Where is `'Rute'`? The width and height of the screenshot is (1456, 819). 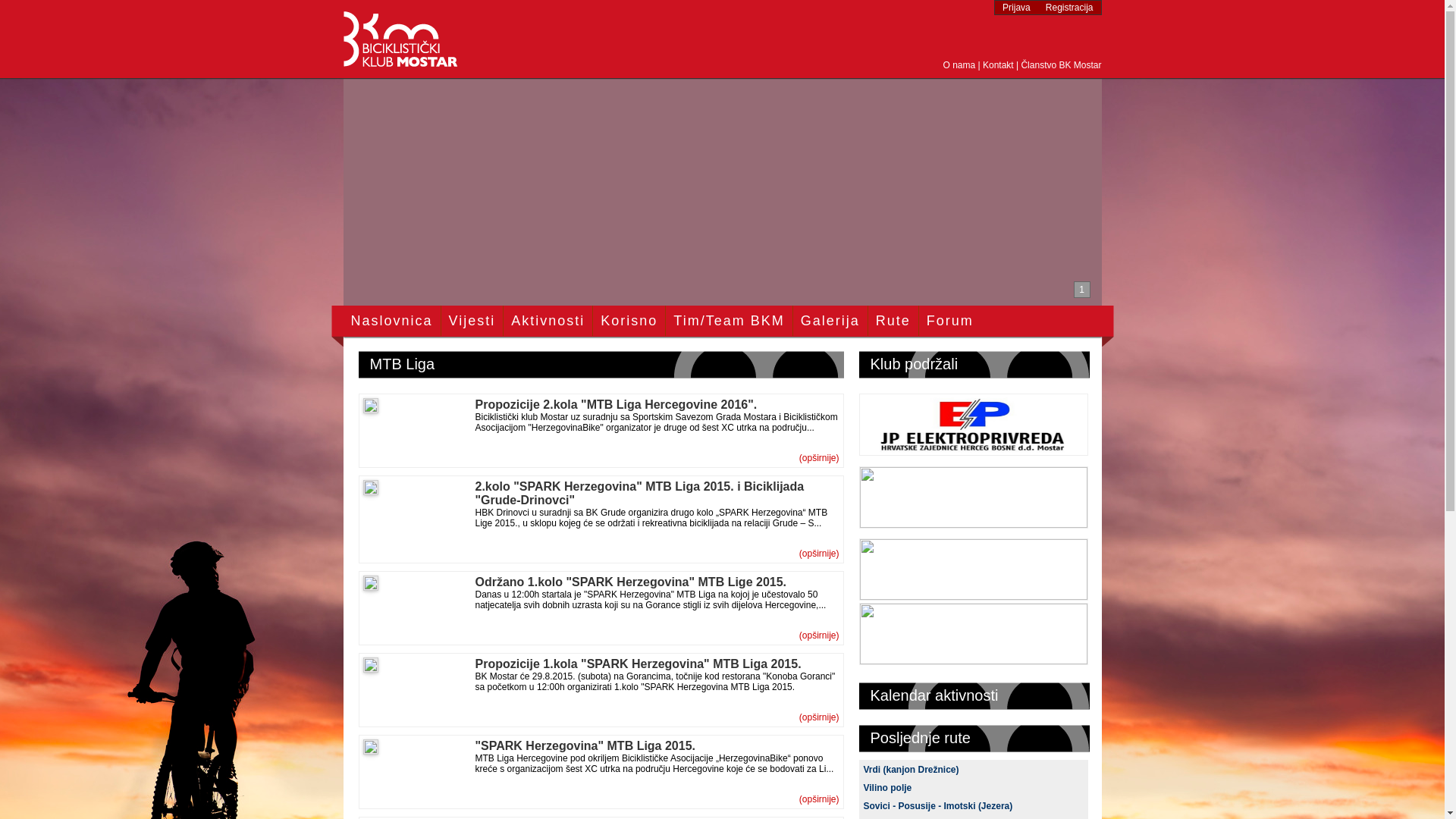
'Rute' is located at coordinates (893, 320).